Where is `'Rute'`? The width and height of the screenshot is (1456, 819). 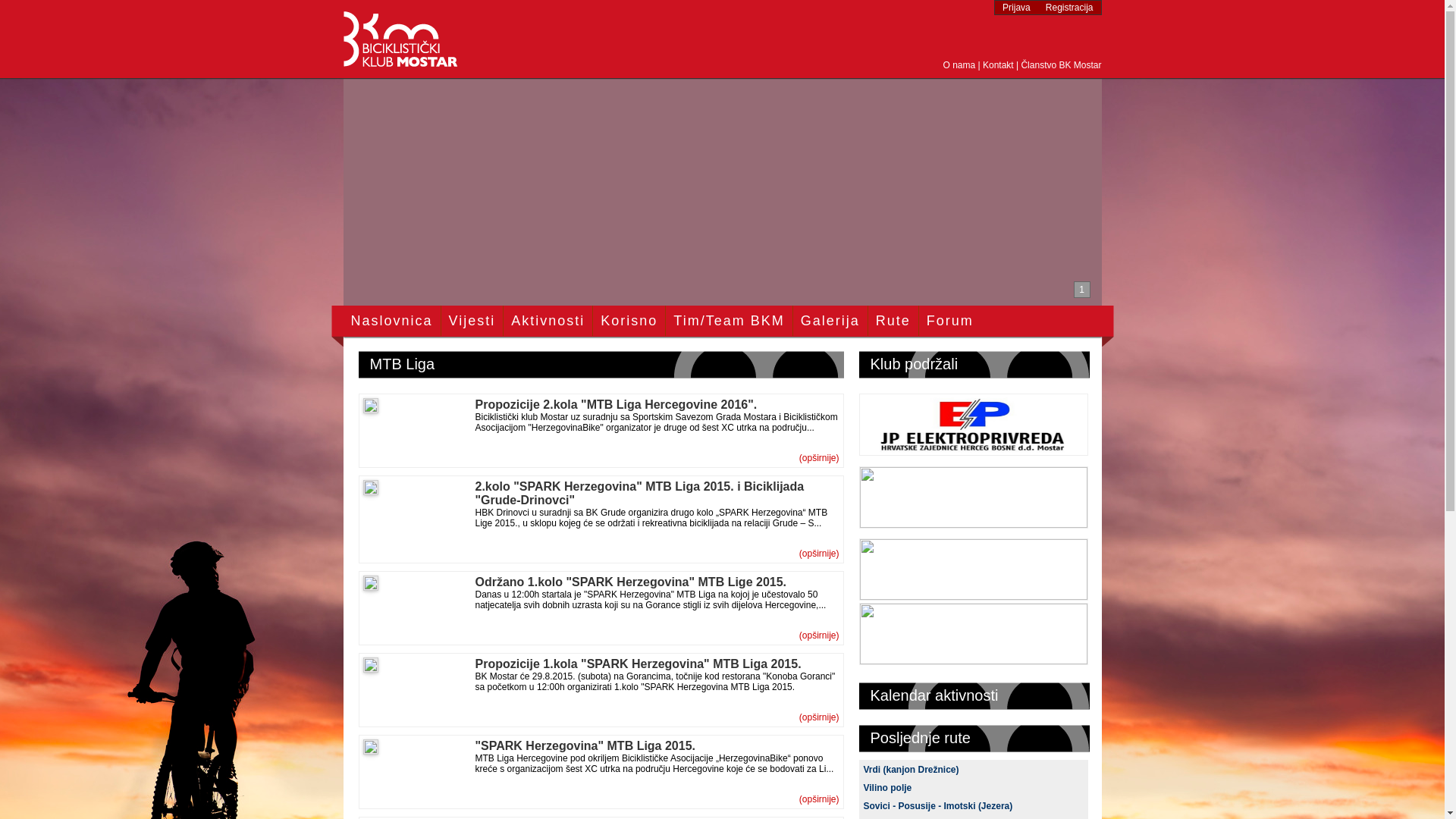
'Rute' is located at coordinates (893, 320).